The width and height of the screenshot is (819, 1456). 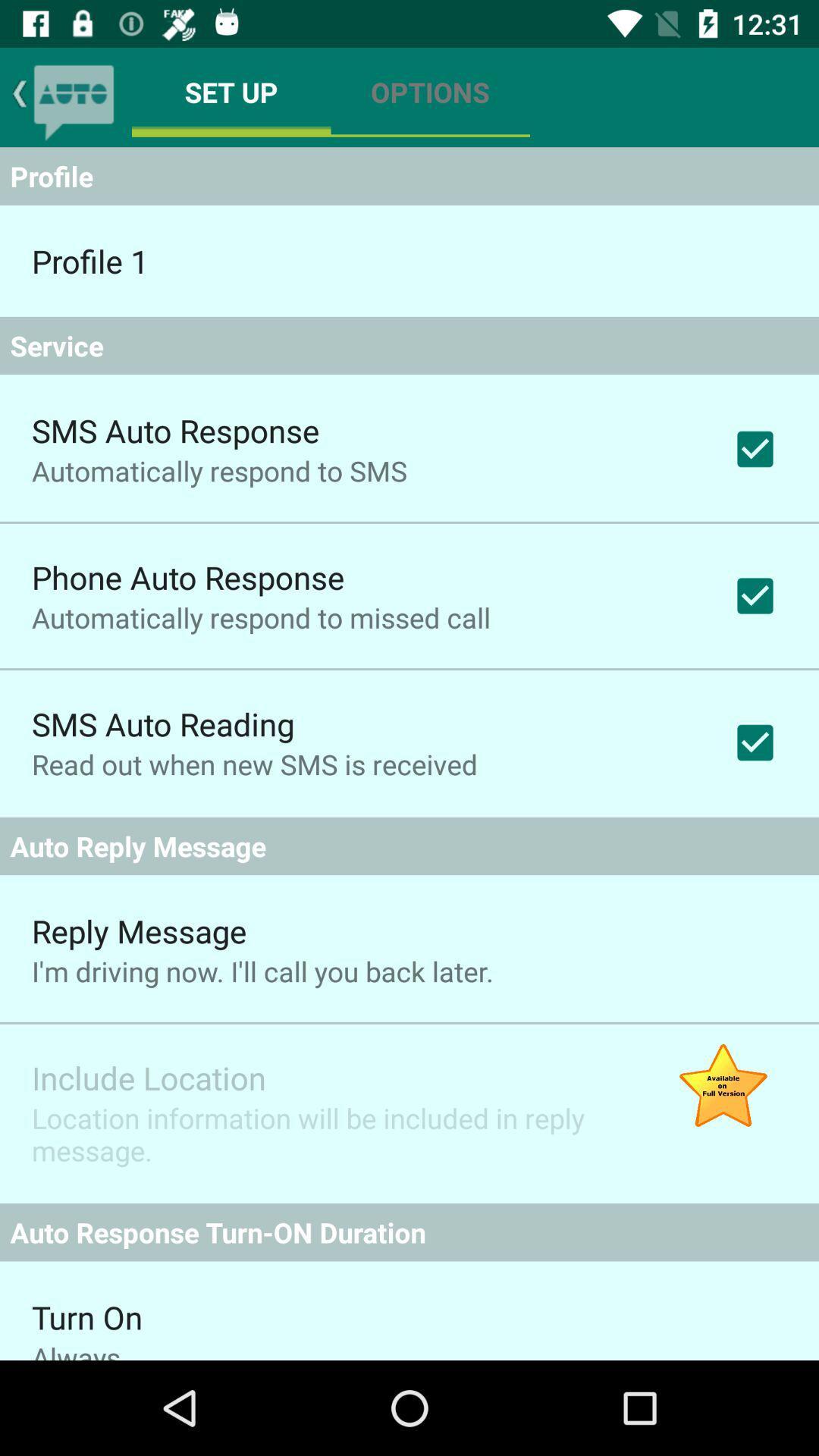 I want to click on item above service app, so click(x=89, y=261).